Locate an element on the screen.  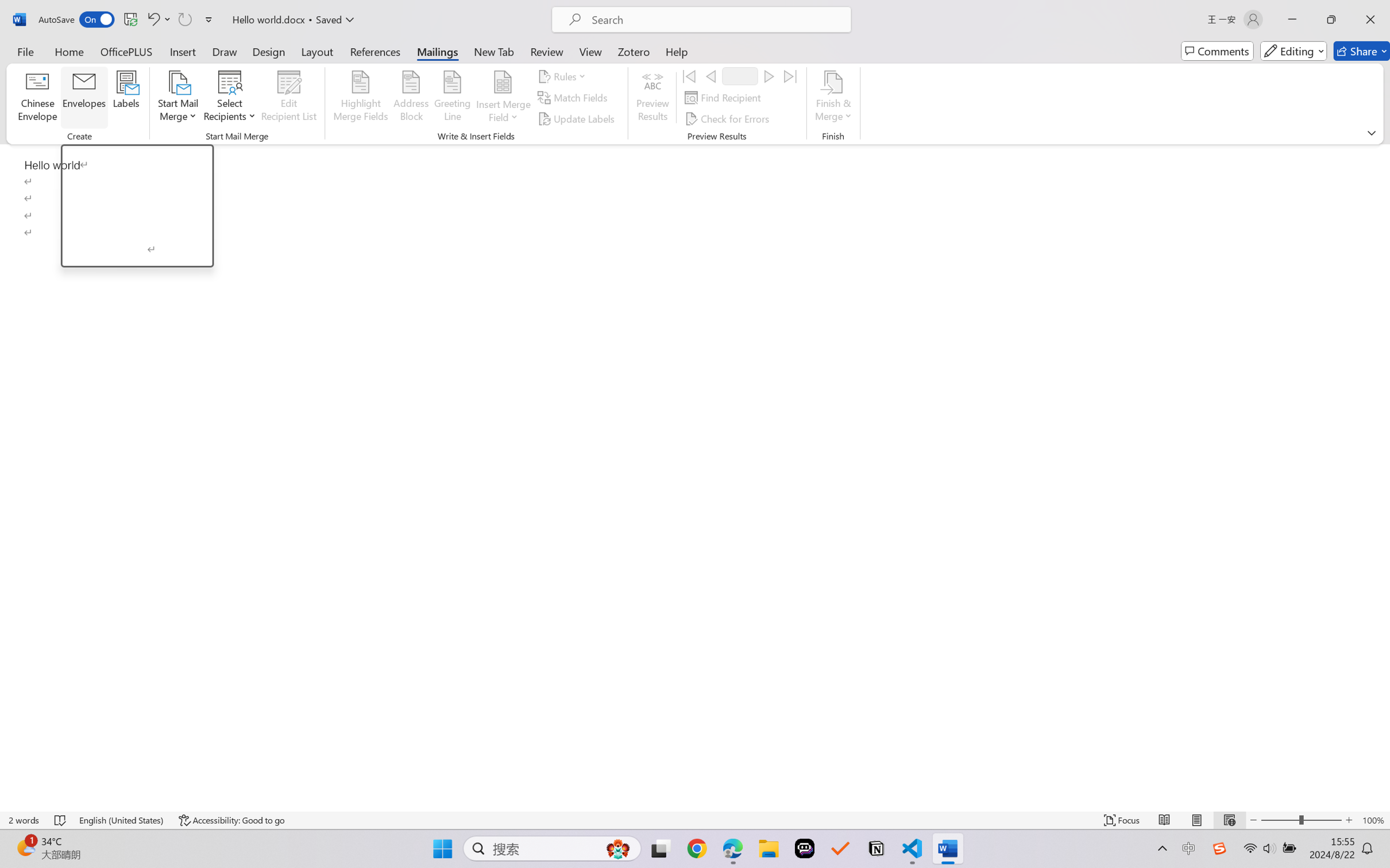
'Close' is located at coordinates (1370, 19).